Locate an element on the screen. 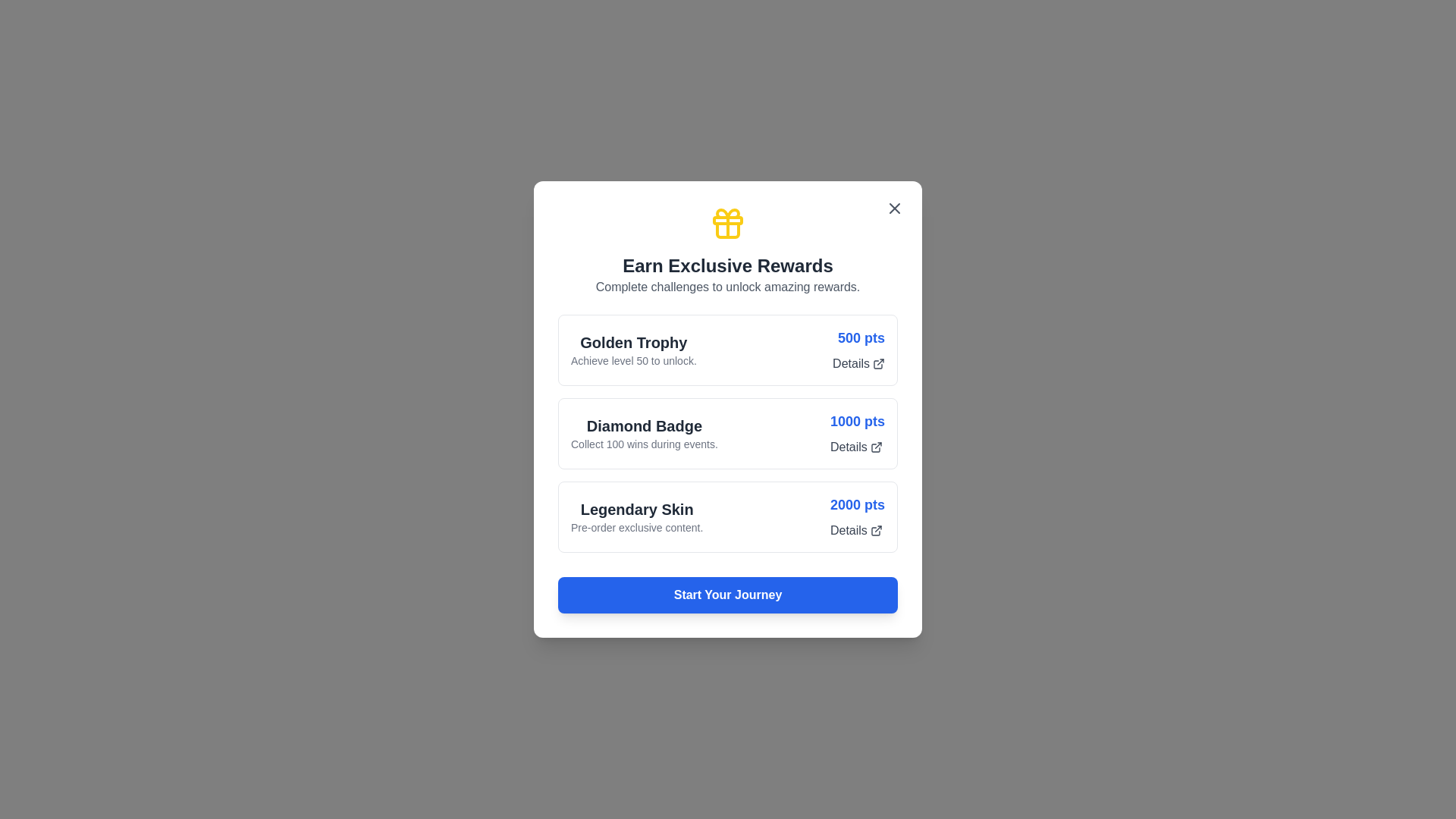 This screenshot has height=819, width=1456. the 'Details' text link associated with the reward 'Legendary Skin' to underline it is located at coordinates (858, 516).